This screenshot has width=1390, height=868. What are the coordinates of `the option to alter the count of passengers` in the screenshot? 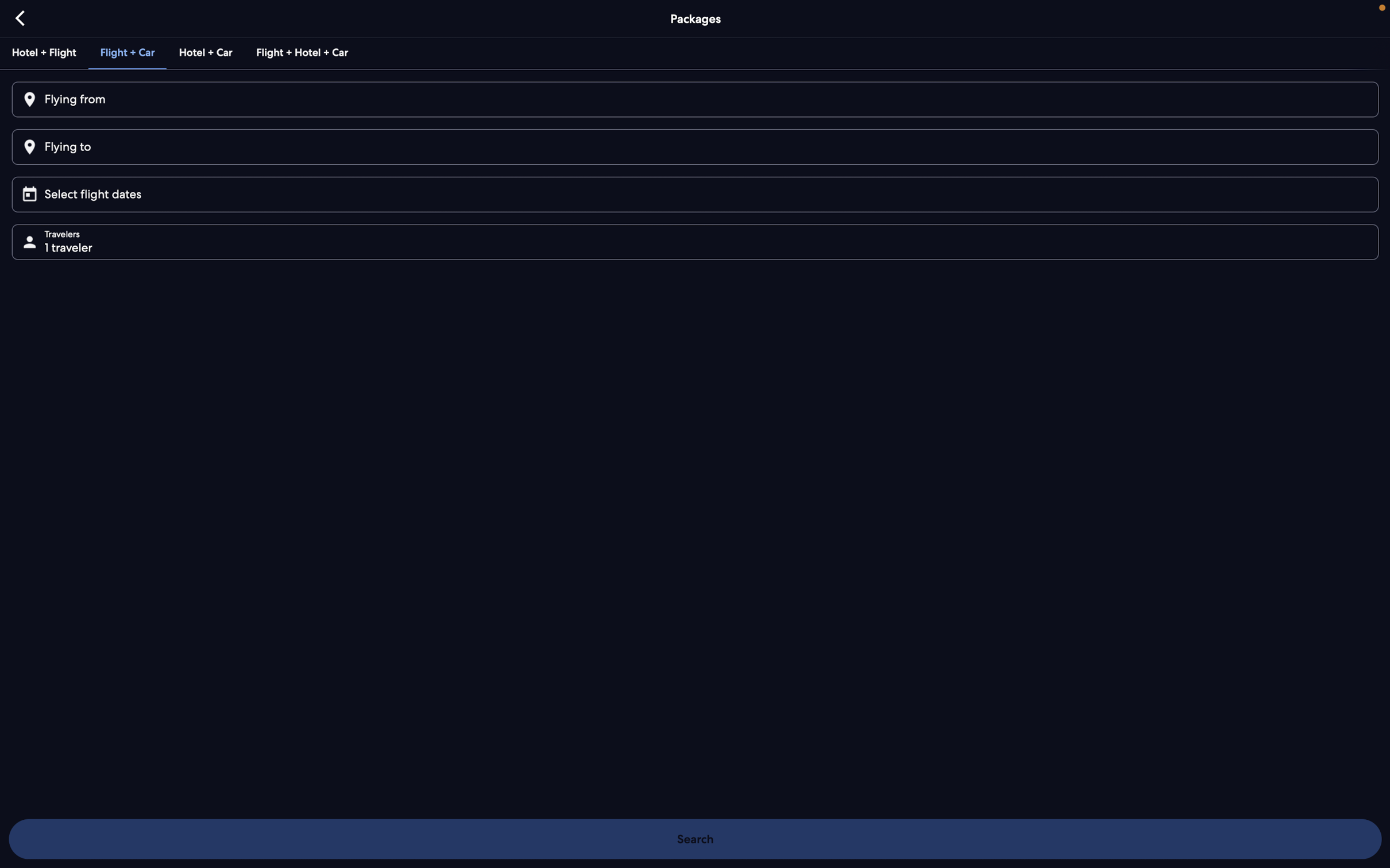 It's located at (699, 241).